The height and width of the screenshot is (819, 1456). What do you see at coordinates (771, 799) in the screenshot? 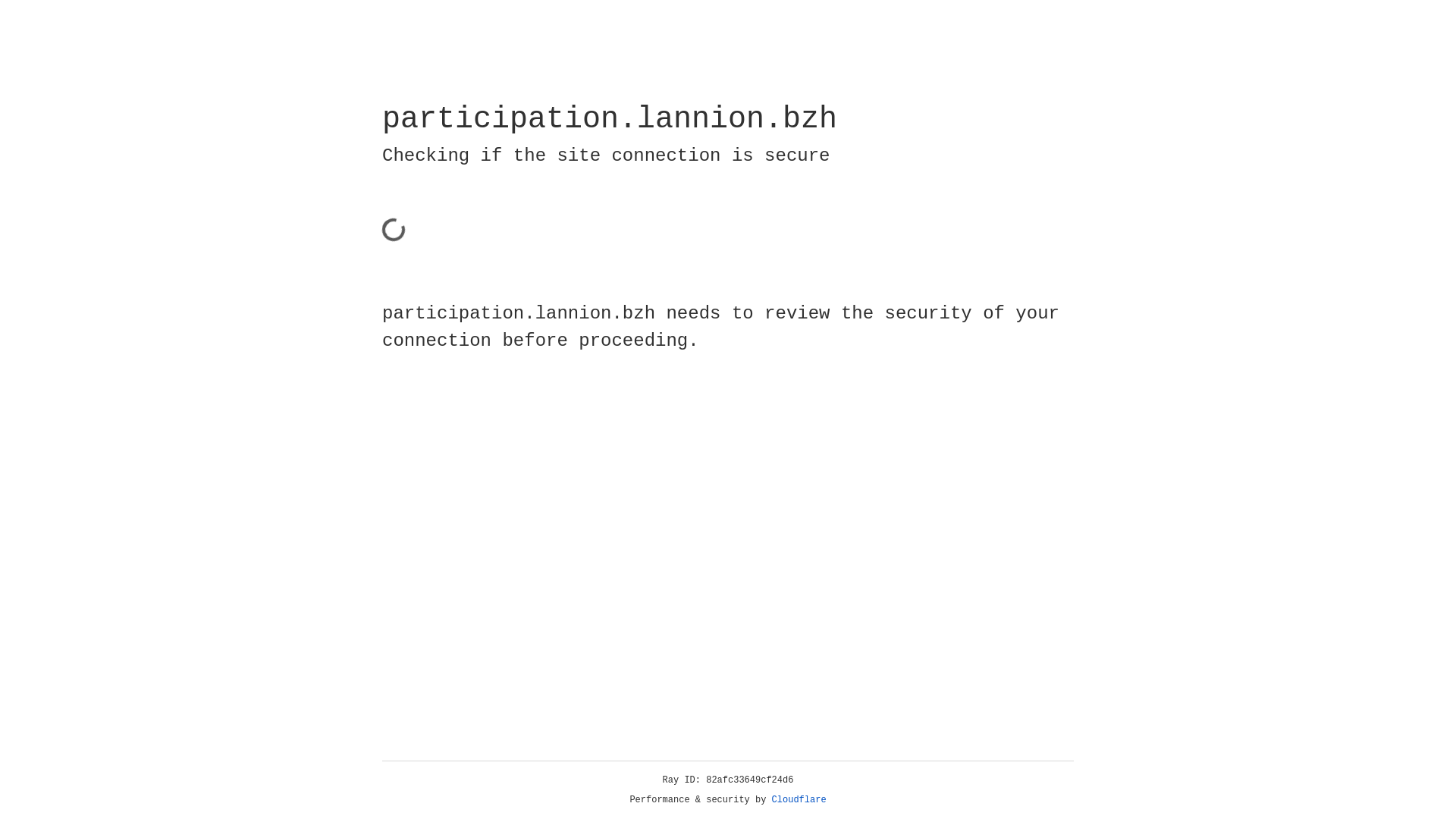
I see `'Cloudflare'` at bounding box center [771, 799].